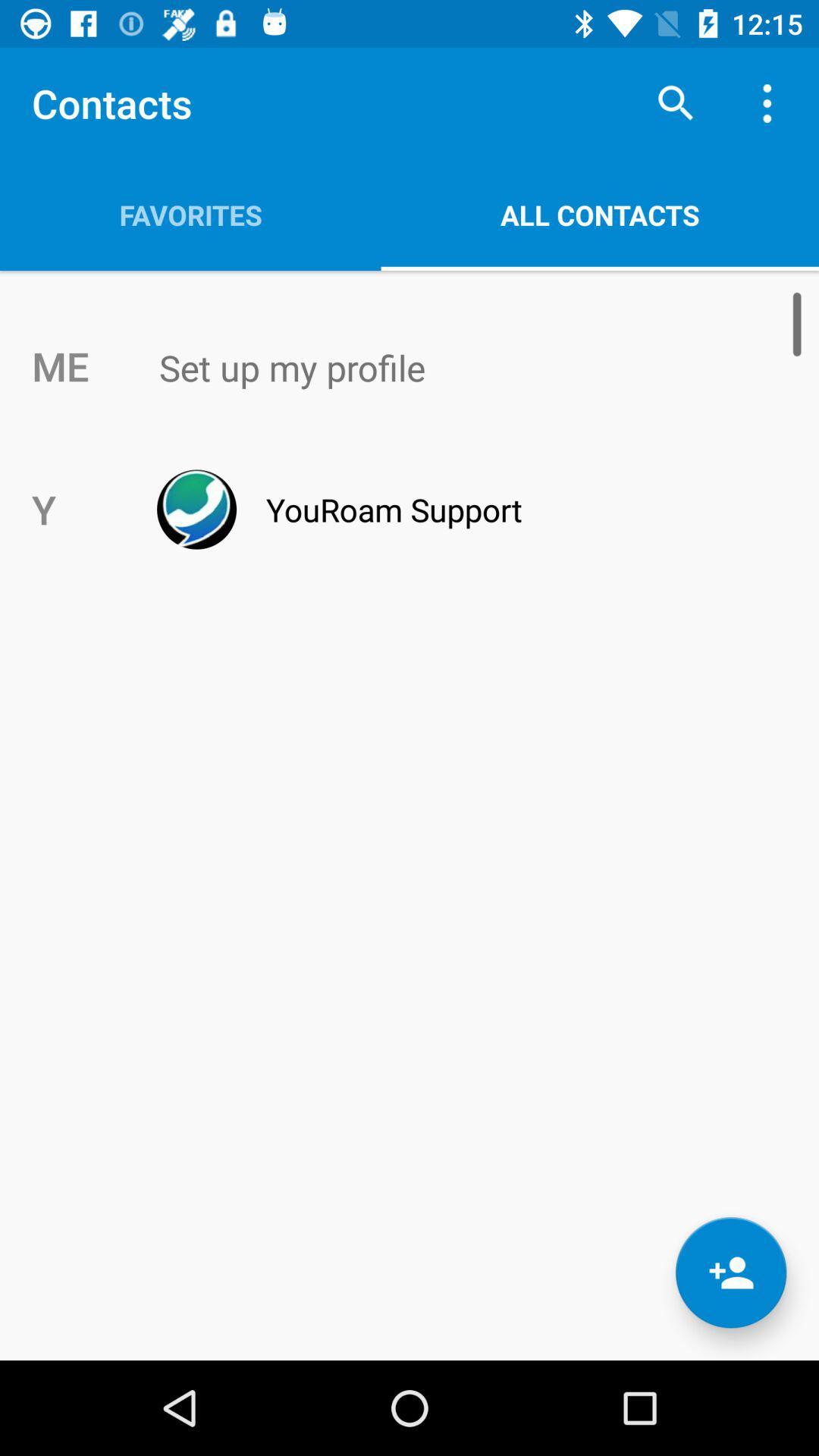 Image resolution: width=819 pixels, height=1456 pixels. I want to click on the icon to the right of the me, so click(441, 368).